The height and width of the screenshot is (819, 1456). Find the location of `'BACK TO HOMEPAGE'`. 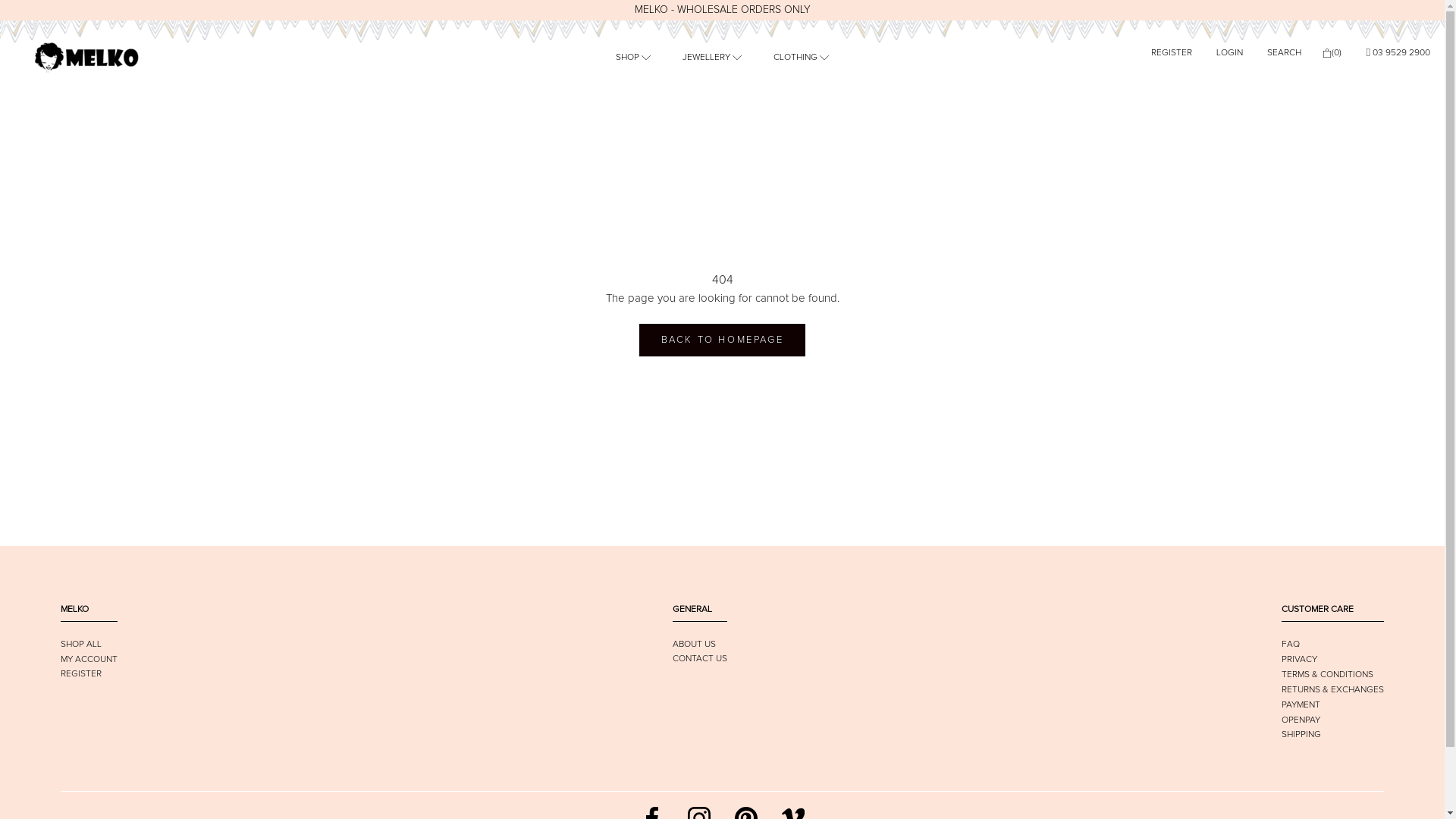

'BACK TO HOMEPAGE' is located at coordinates (722, 339).